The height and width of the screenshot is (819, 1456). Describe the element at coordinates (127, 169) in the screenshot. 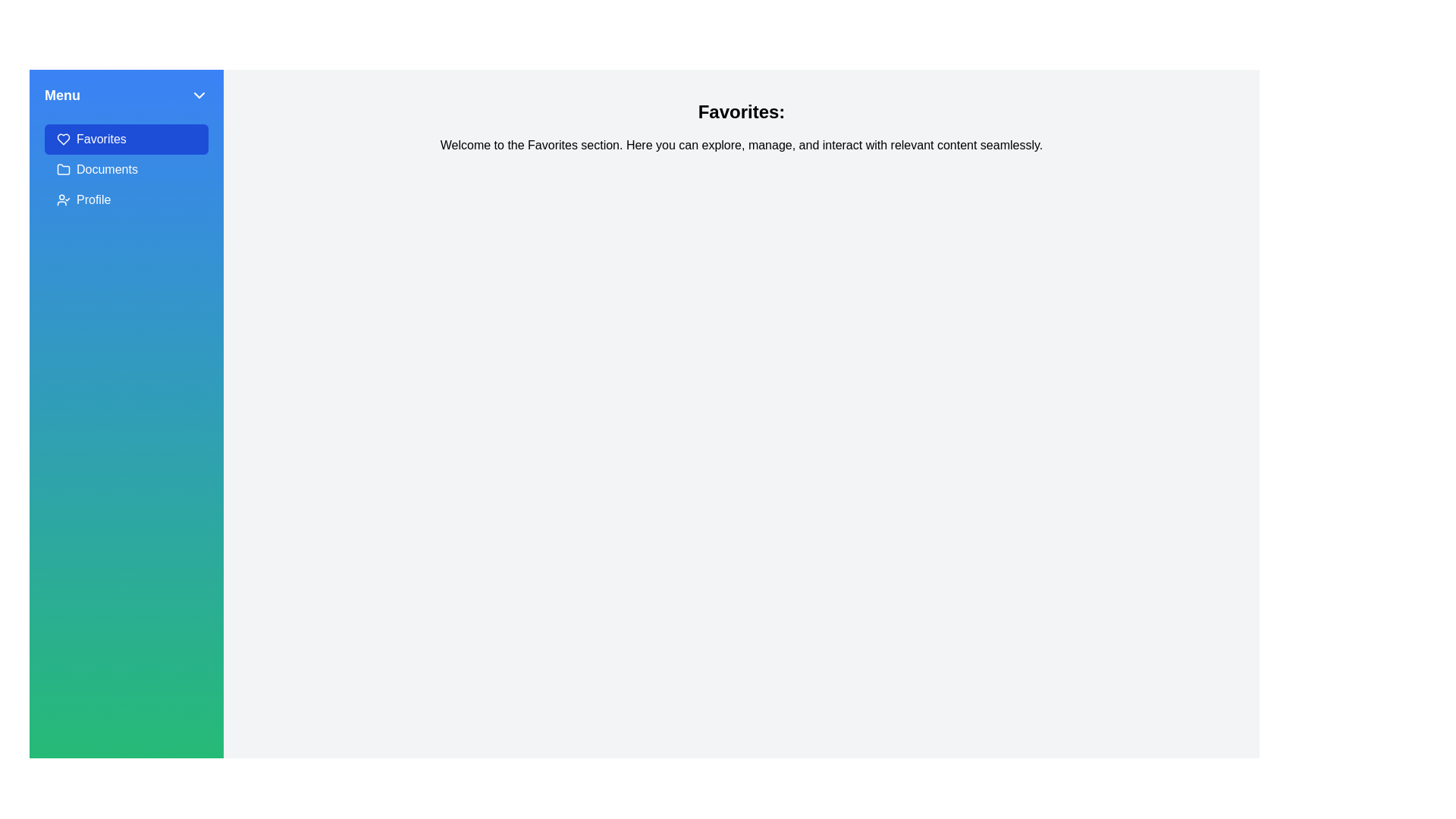

I see `the Documents tab in the drawer` at that location.